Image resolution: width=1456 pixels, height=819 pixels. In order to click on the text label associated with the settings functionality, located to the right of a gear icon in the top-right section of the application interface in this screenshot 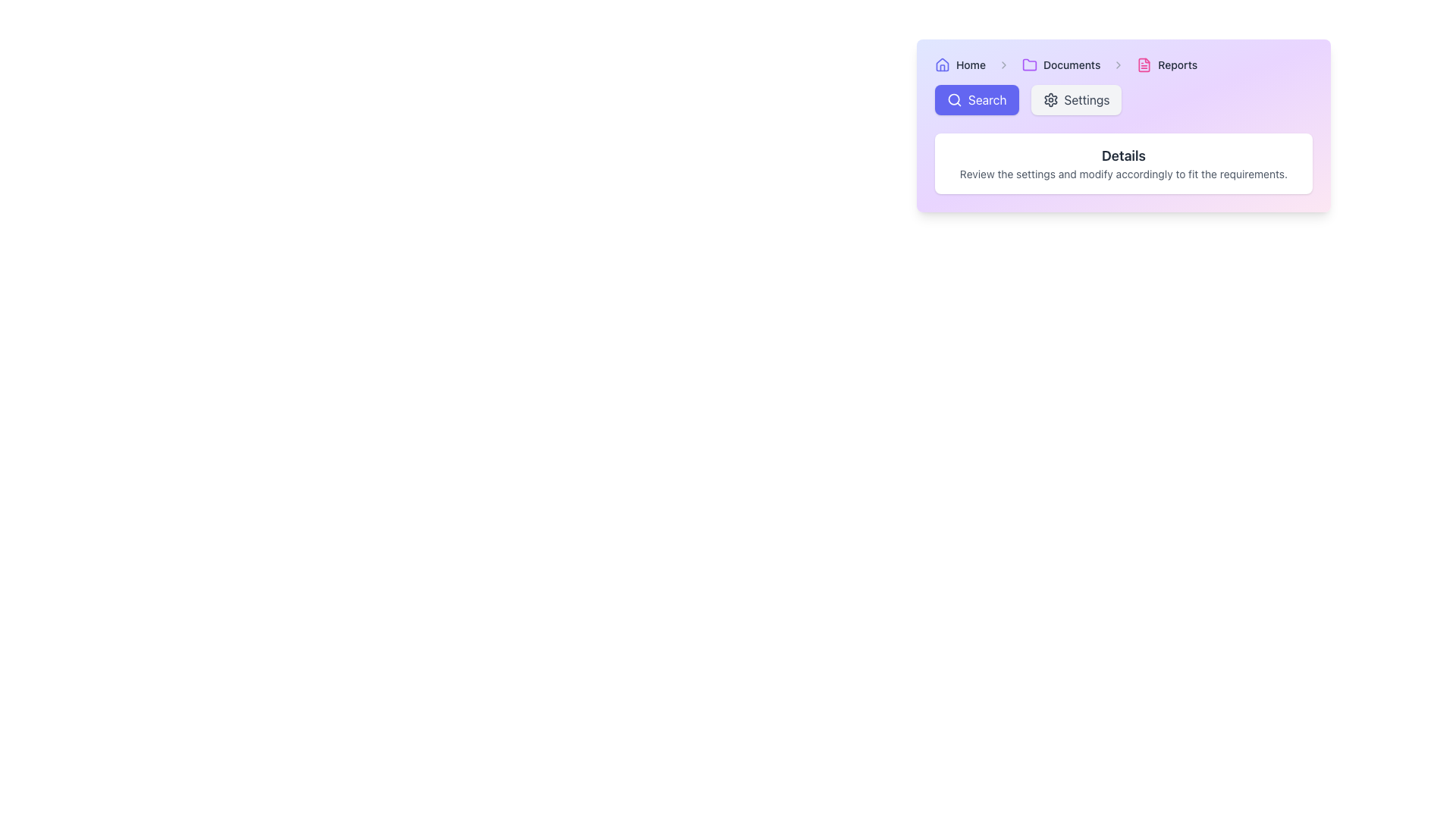, I will do `click(1086, 99)`.